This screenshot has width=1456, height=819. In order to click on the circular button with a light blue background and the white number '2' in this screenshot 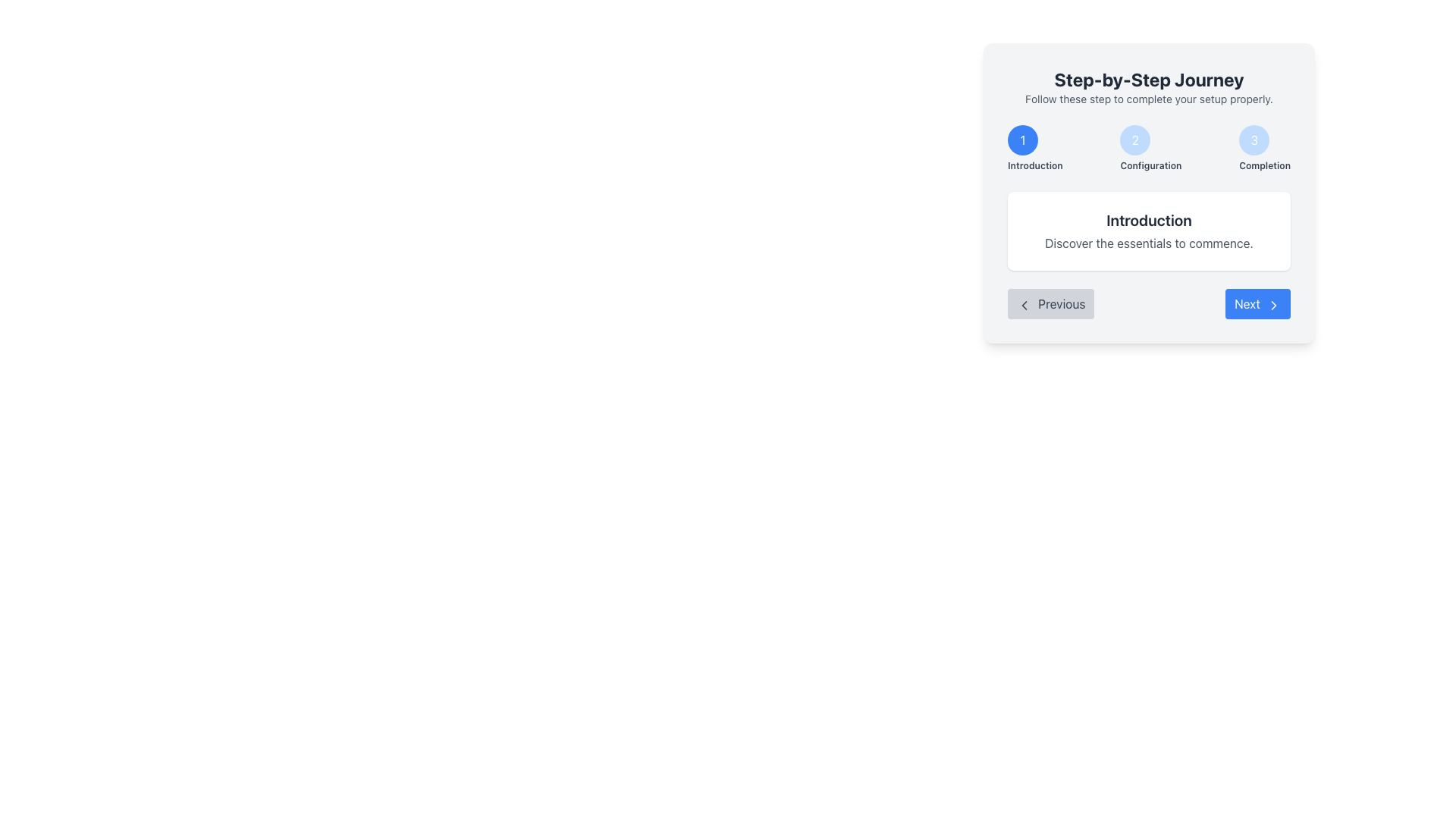, I will do `click(1135, 140)`.